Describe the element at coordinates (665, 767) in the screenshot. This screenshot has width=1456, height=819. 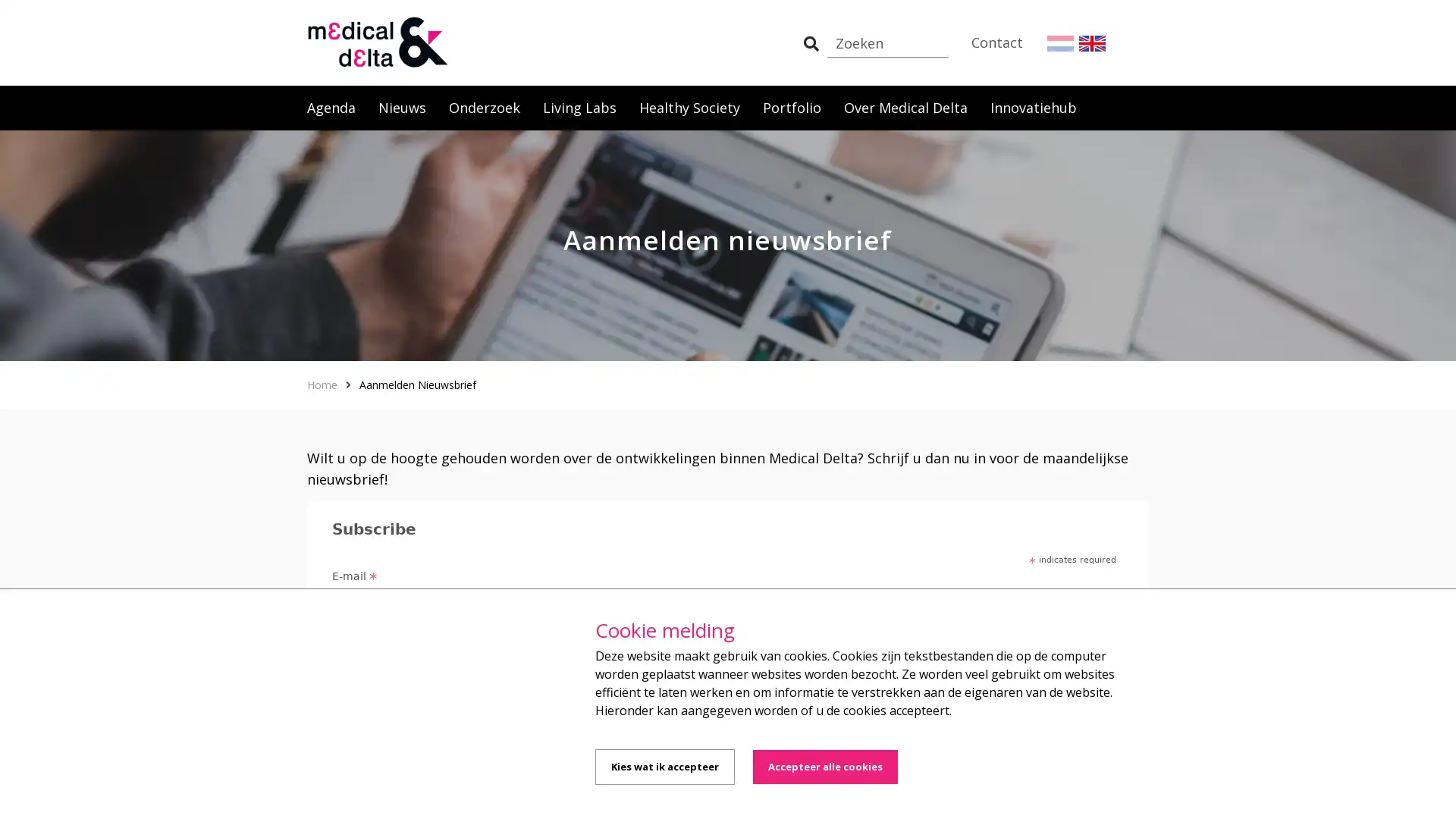
I see `Kies wat ik accepteer` at that location.